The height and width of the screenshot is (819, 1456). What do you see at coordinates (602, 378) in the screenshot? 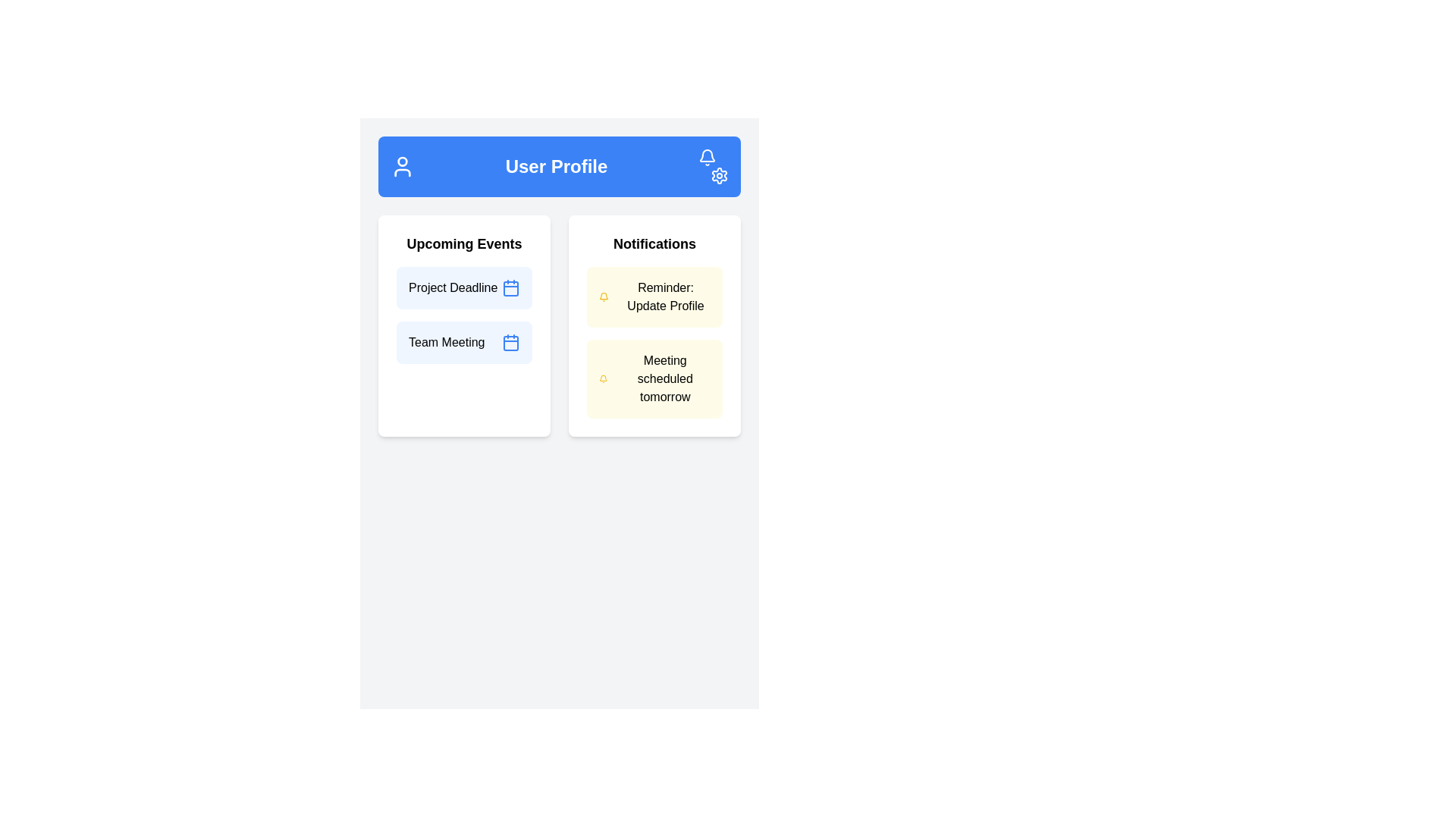
I see `the yellow bell icon in the second notification card of the 'Notifications' section` at bounding box center [602, 378].